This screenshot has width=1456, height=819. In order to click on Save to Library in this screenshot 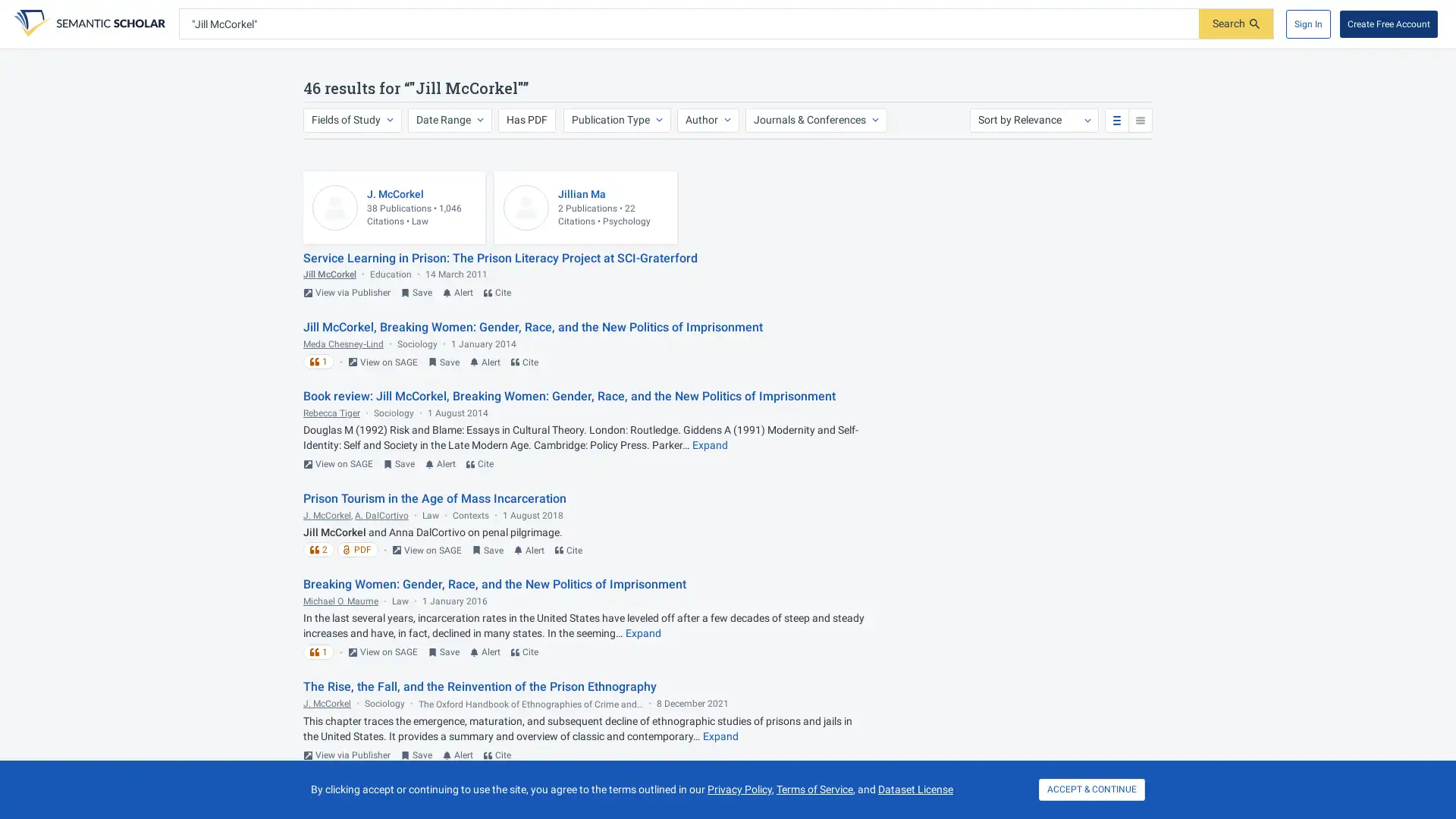, I will do `click(416, 293)`.